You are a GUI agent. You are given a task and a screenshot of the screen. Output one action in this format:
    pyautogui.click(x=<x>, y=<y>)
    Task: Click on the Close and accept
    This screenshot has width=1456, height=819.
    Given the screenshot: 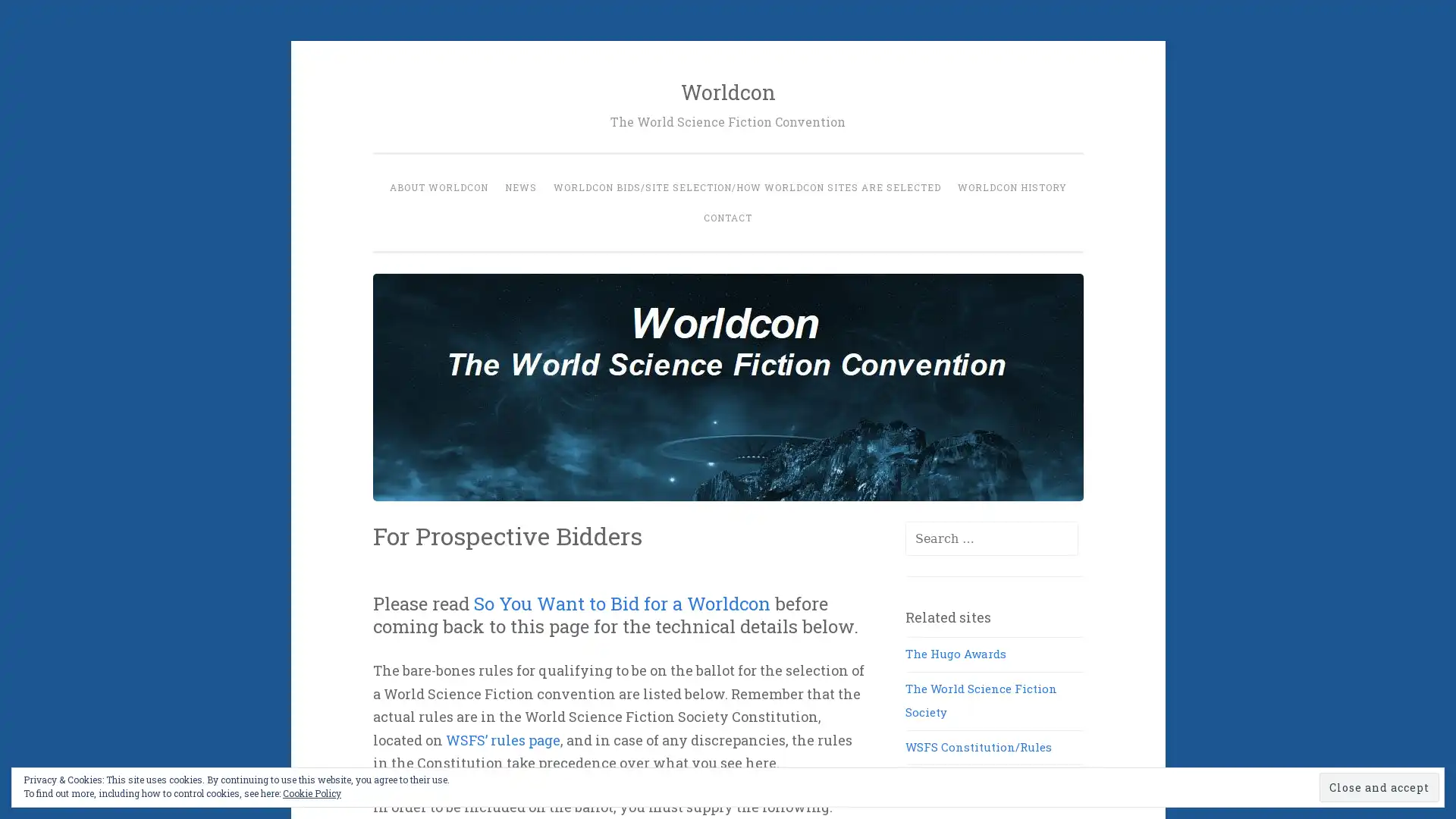 What is the action you would take?
    pyautogui.click(x=1379, y=786)
    